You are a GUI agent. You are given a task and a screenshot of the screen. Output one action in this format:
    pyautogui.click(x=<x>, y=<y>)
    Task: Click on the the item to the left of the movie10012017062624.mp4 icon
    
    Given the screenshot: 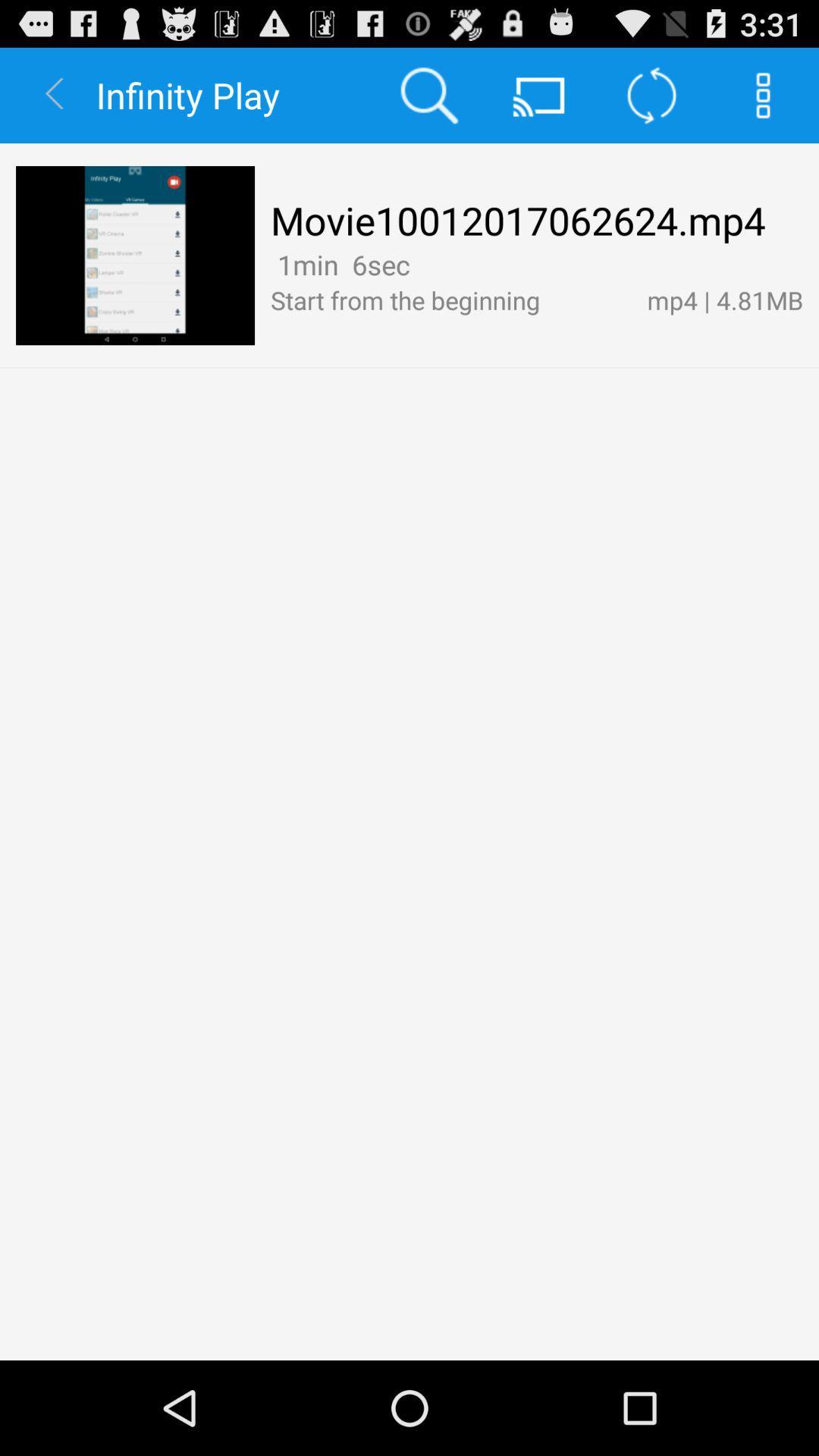 What is the action you would take?
    pyautogui.click(x=134, y=256)
    